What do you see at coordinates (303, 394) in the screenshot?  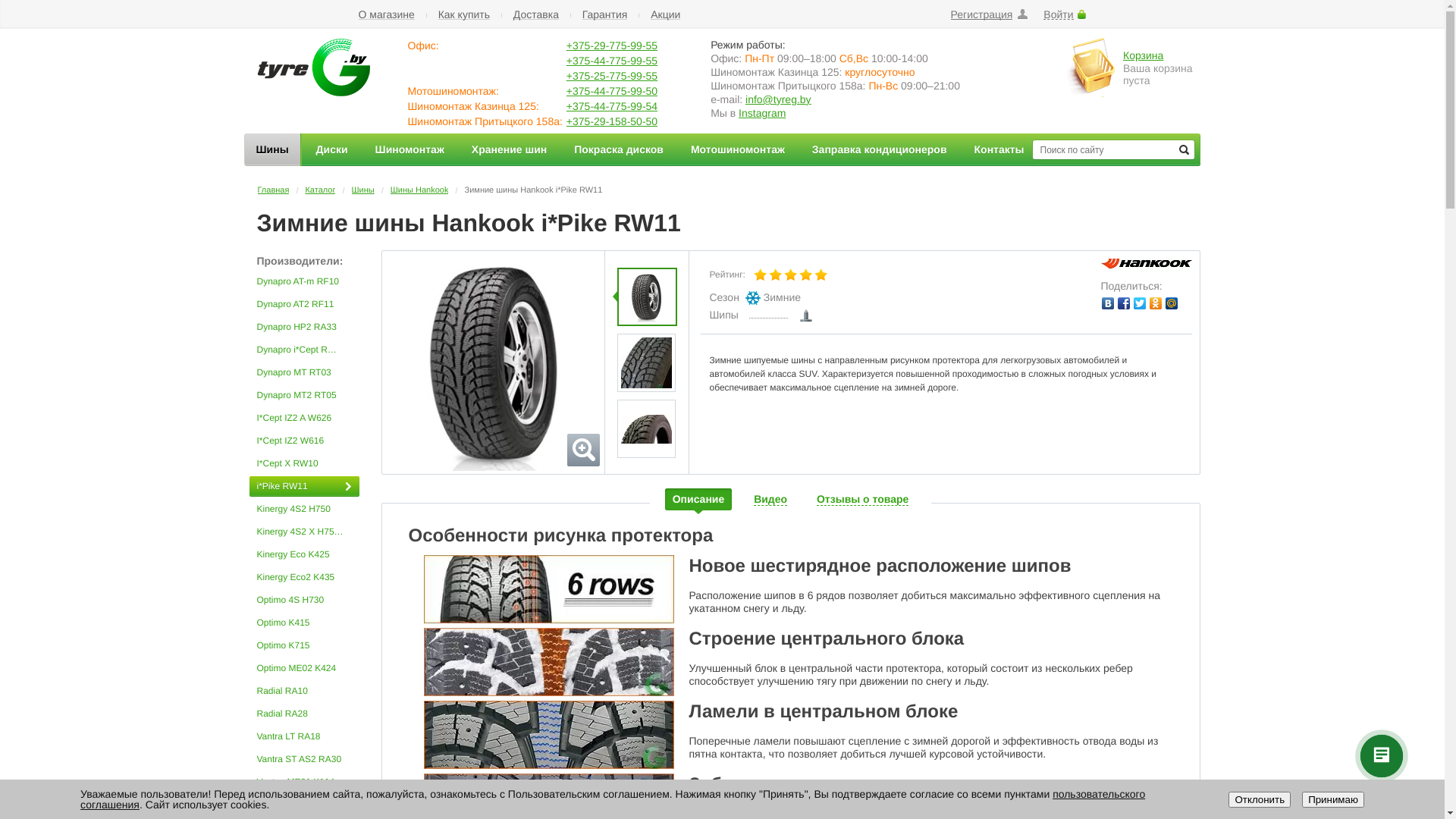 I see `'Dynapro MT2 RT05'` at bounding box center [303, 394].